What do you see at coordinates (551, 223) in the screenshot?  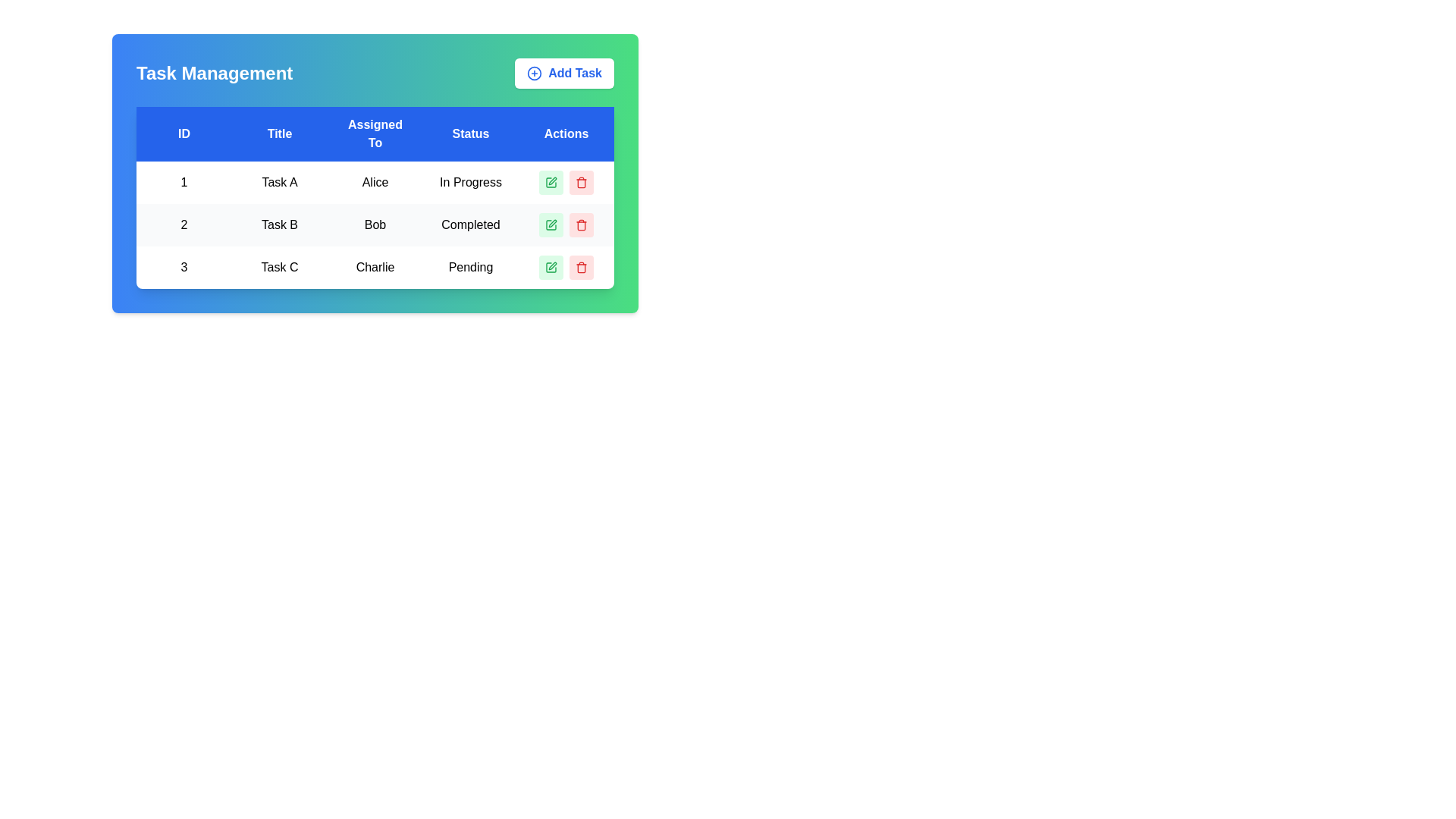 I see `the green pen icon in the second row of the table under the 'Actions' column to initiate an edit action` at bounding box center [551, 223].